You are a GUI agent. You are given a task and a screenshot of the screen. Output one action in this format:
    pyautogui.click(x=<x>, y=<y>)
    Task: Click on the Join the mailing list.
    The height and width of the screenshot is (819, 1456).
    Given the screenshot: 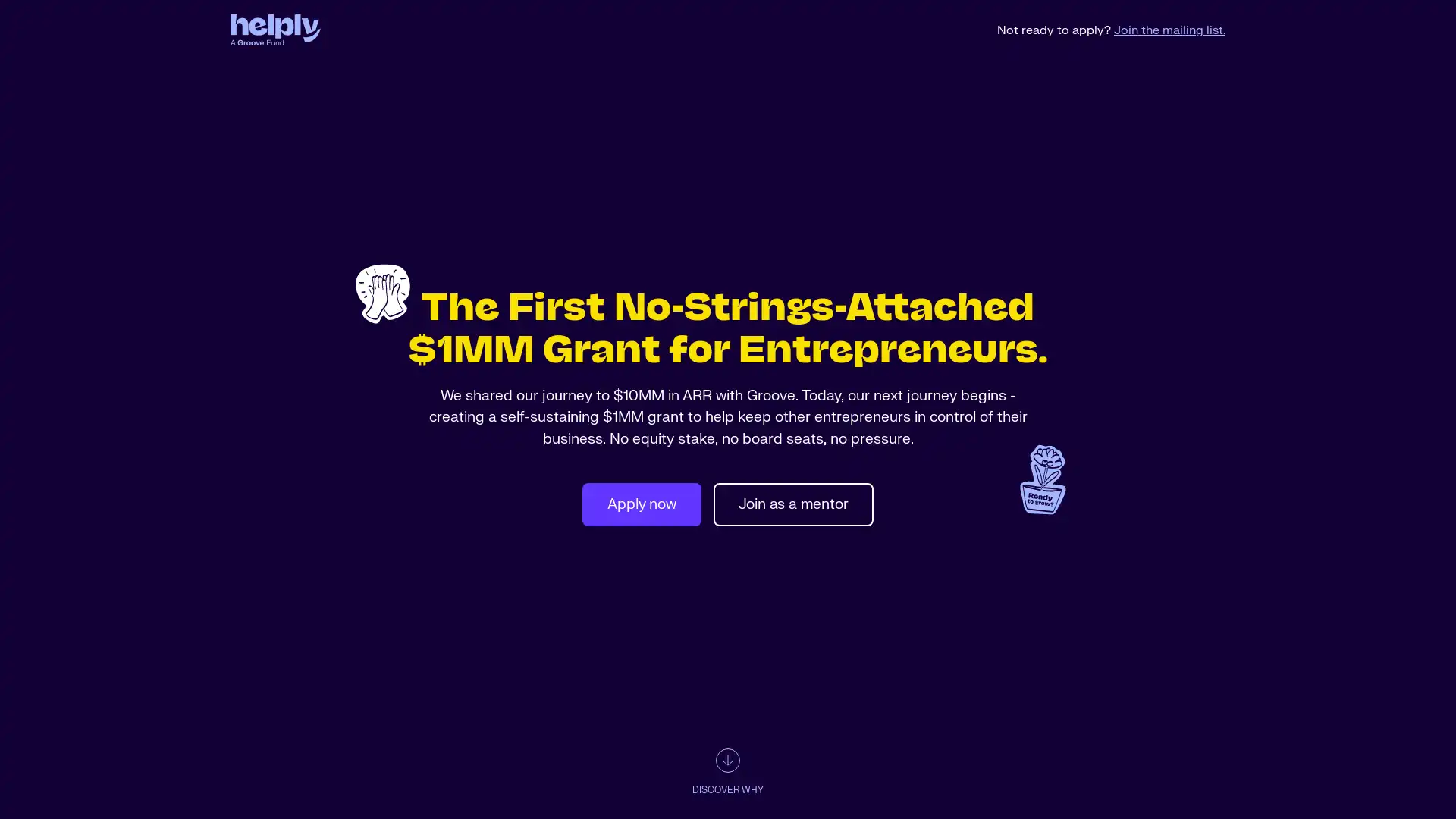 What is the action you would take?
    pyautogui.click(x=1169, y=30)
    